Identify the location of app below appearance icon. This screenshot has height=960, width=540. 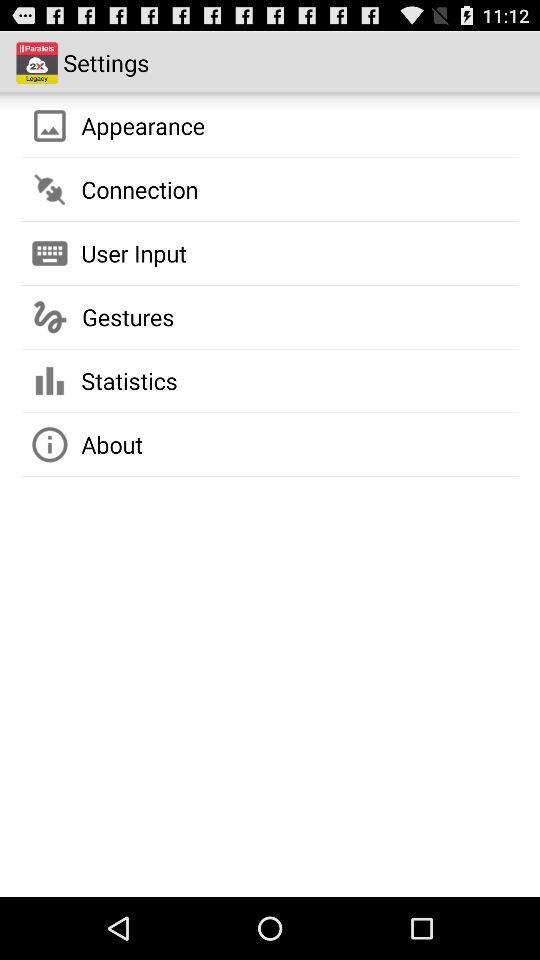
(138, 189).